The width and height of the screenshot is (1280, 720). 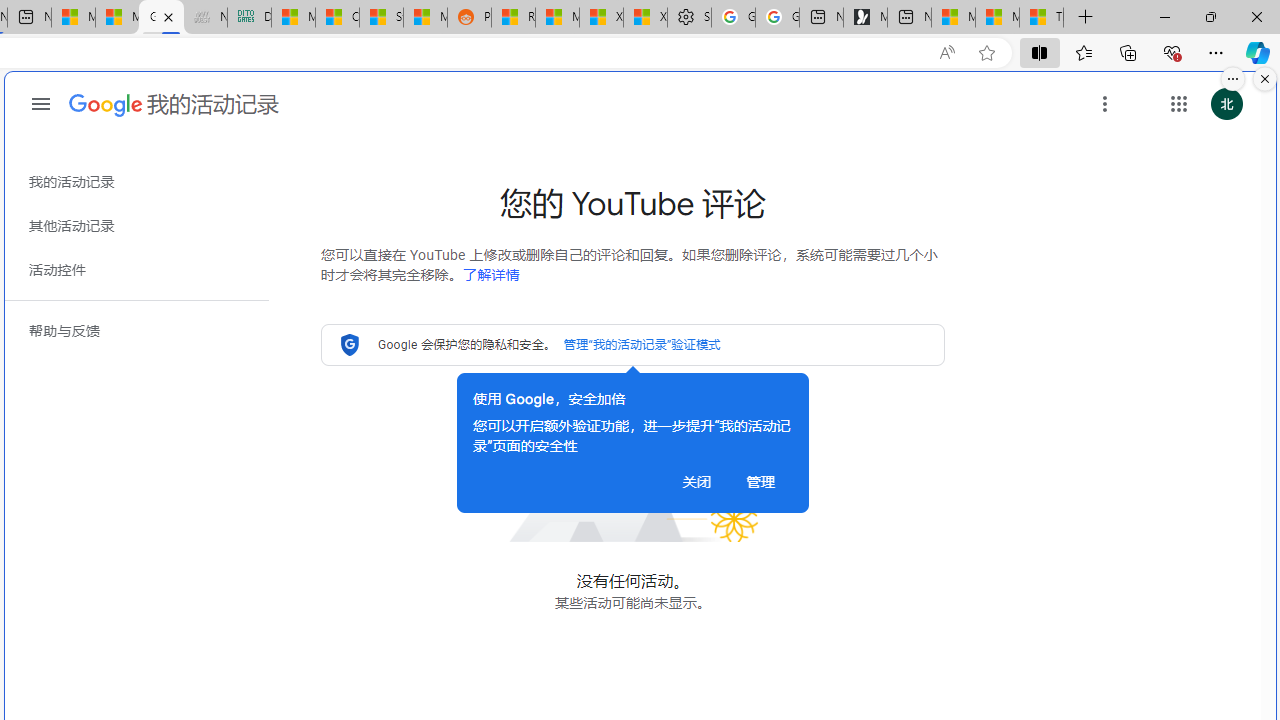 What do you see at coordinates (168, 17) in the screenshot?
I see `'Close tab'` at bounding box center [168, 17].